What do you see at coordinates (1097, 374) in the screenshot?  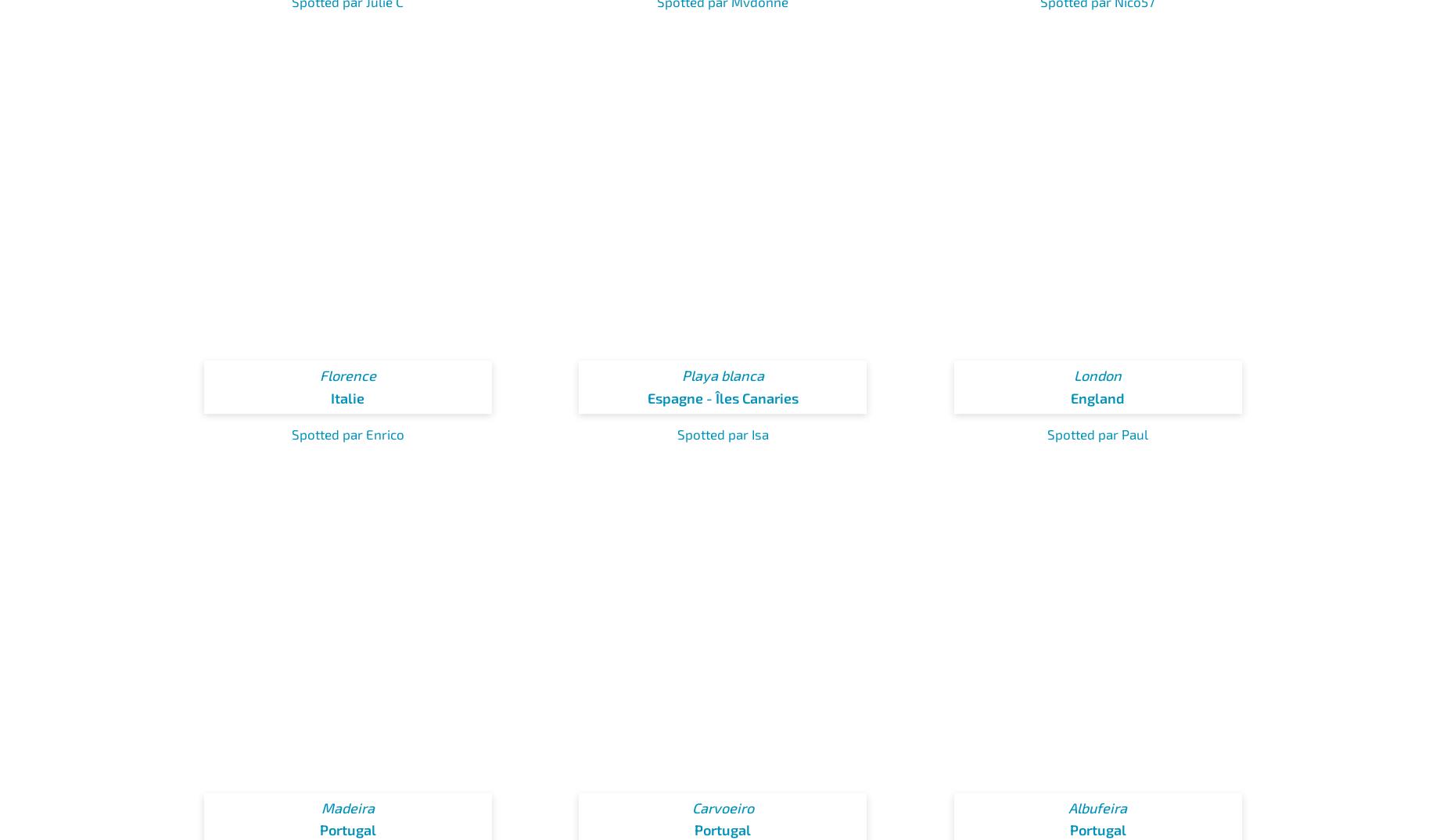 I see `'London'` at bounding box center [1097, 374].